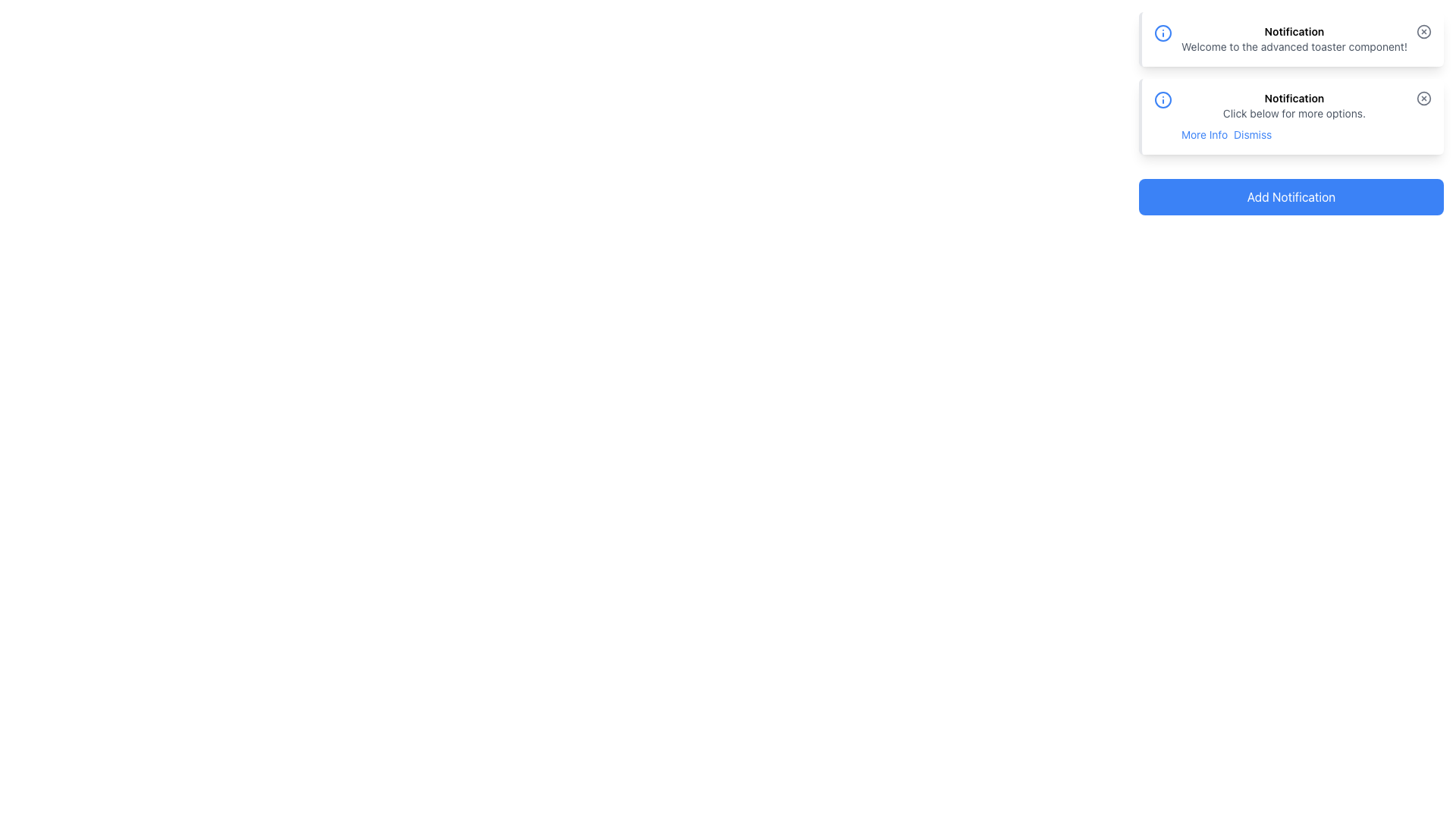 This screenshot has height=819, width=1456. What do you see at coordinates (1294, 116) in the screenshot?
I see `the 'More Info' and 'Dismiss' links in the second notification card to observe the hover effects` at bounding box center [1294, 116].